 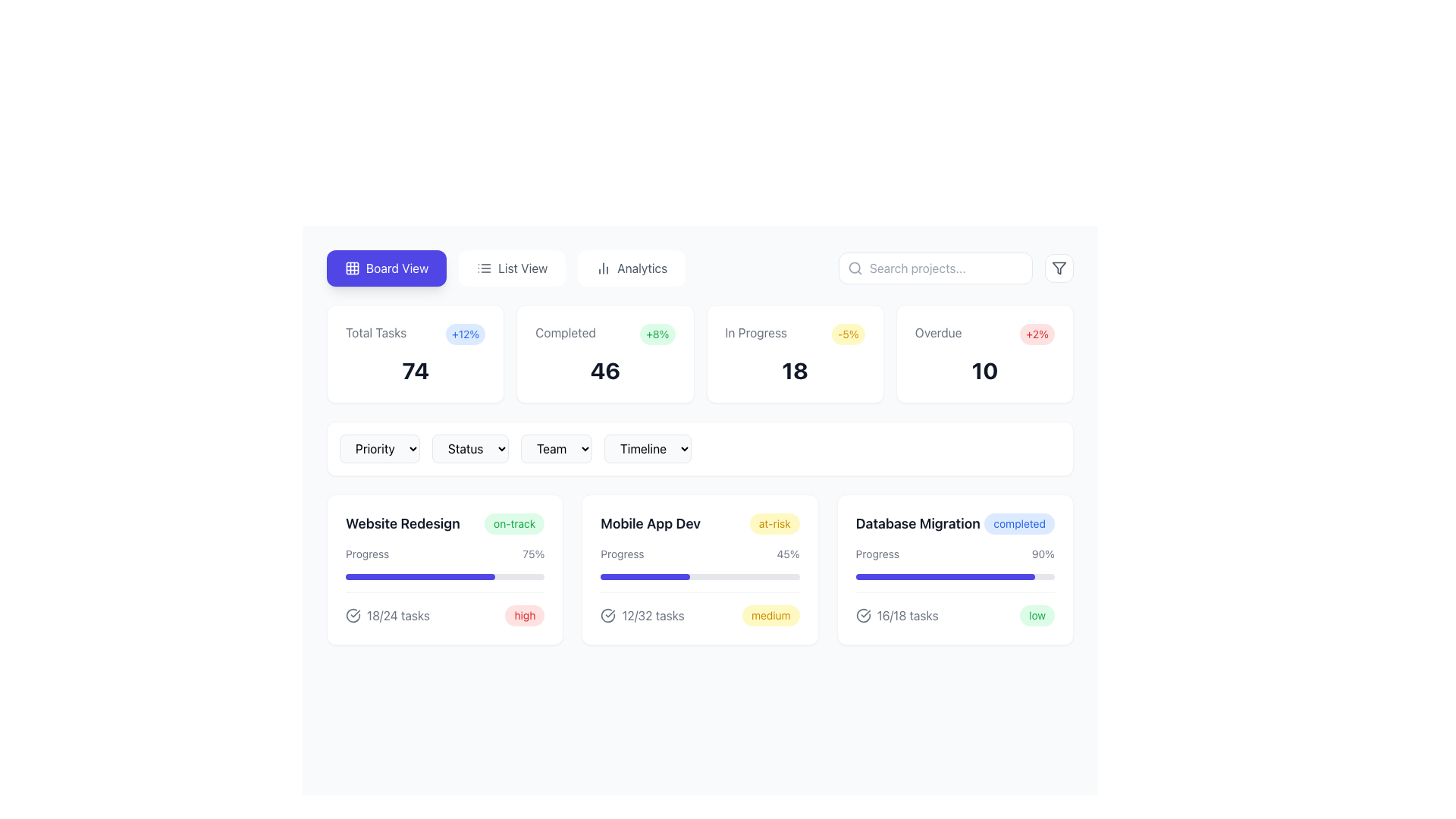 What do you see at coordinates (774, 522) in the screenshot?
I see `the 'at-risk' status label located to the right of the 'Mobile App Dev' title in the second row of content cards` at bounding box center [774, 522].